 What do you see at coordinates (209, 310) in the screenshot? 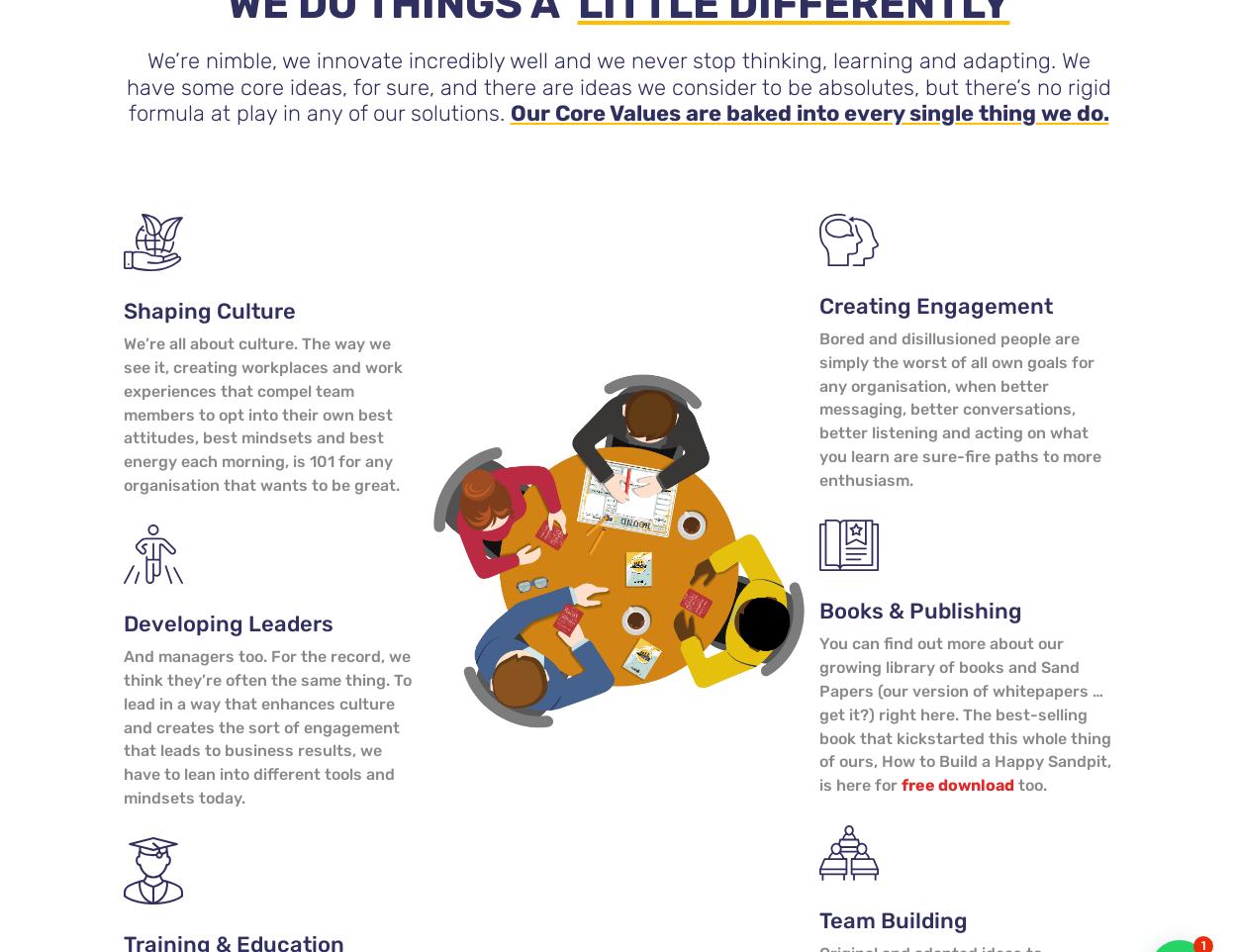
I see `'Shaping Culture'` at bounding box center [209, 310].